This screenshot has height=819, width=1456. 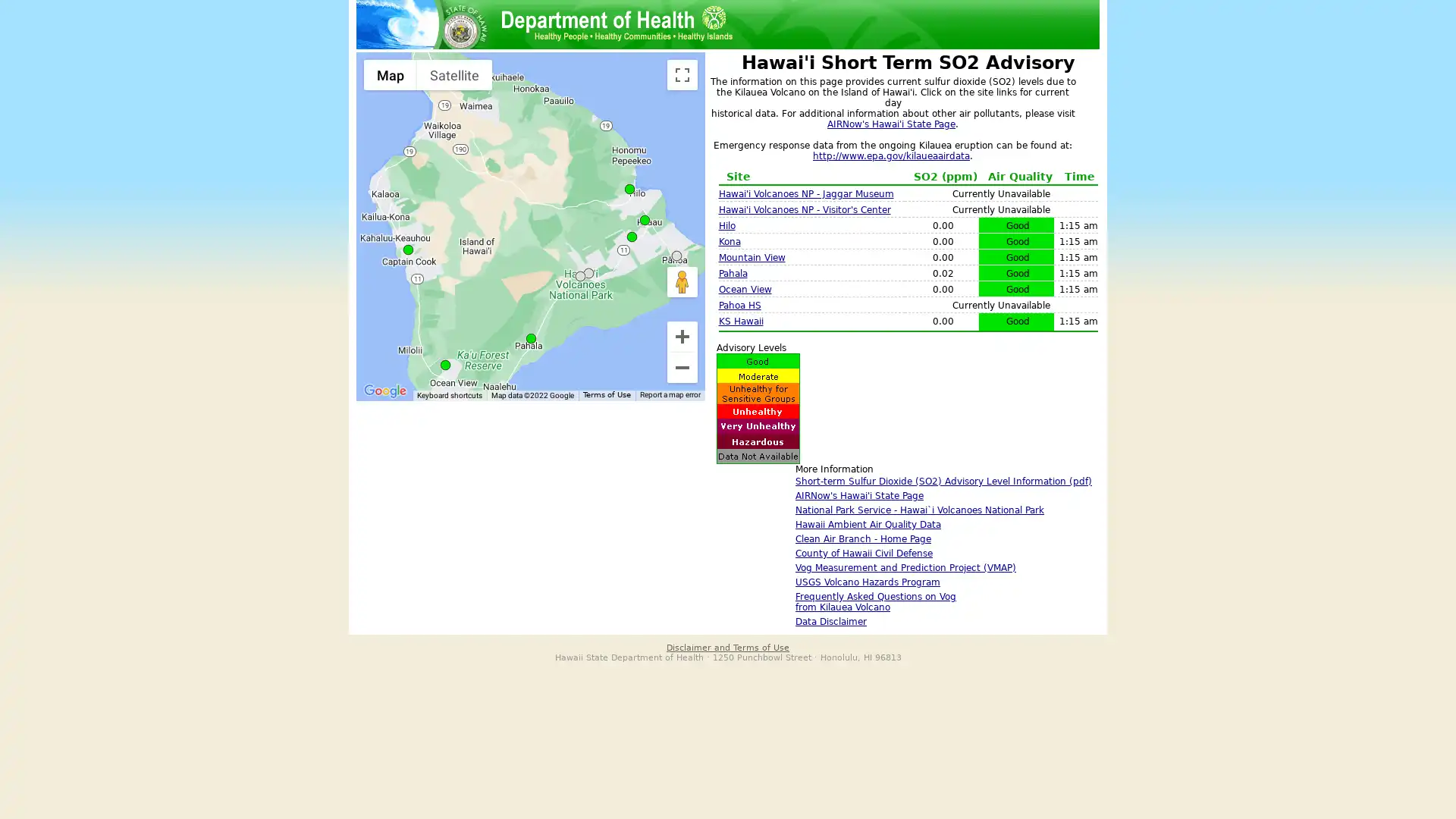 I want to click on Hilo: SO2 0.00 ppm (Good) on 06/28 at 01:15 am, so click(x=629, y=188).